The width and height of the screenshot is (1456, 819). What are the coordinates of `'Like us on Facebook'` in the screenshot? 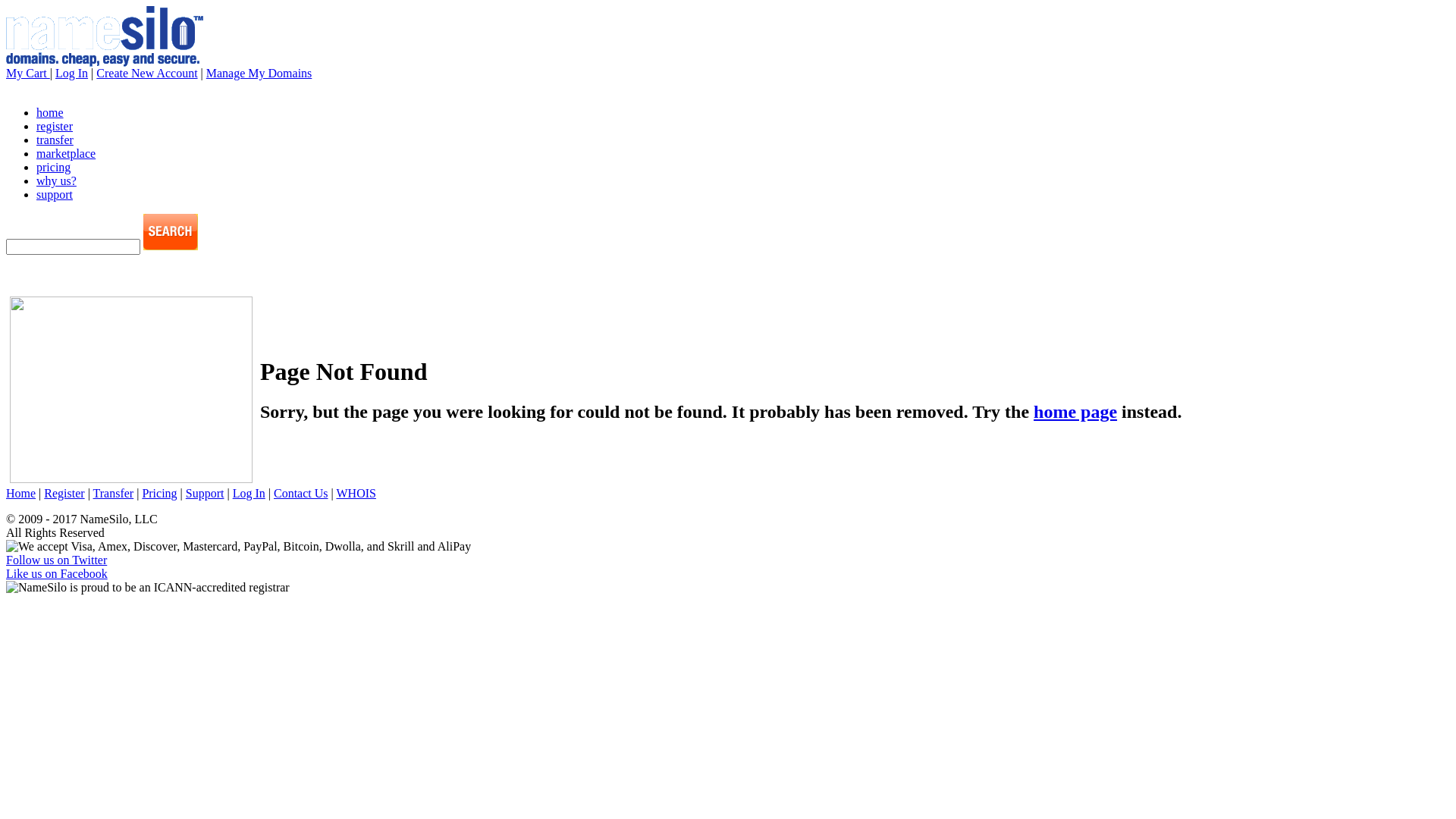 It's located at (57, 573).